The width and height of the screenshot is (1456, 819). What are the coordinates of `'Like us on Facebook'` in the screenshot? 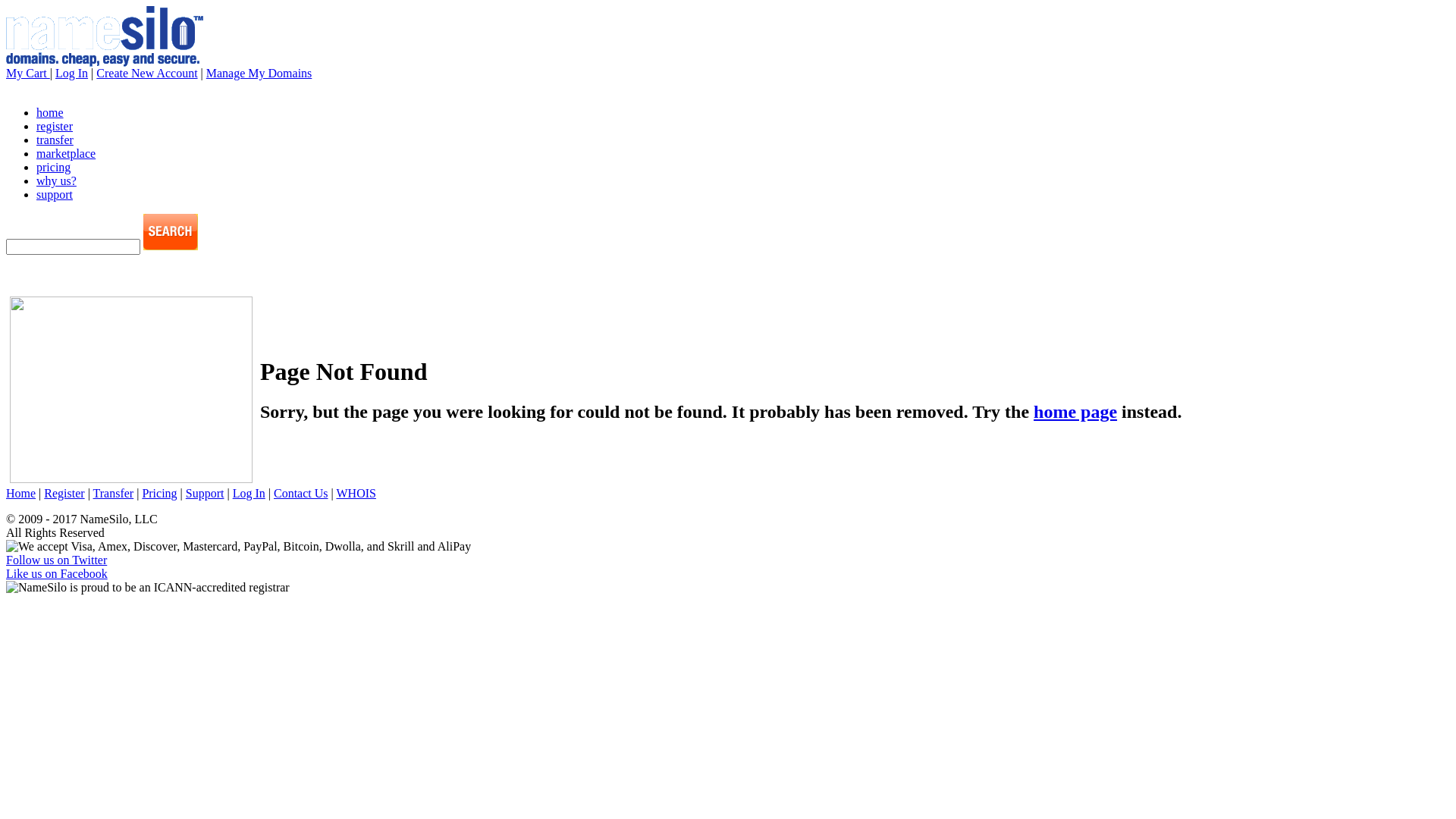 It's located at (57, 573).